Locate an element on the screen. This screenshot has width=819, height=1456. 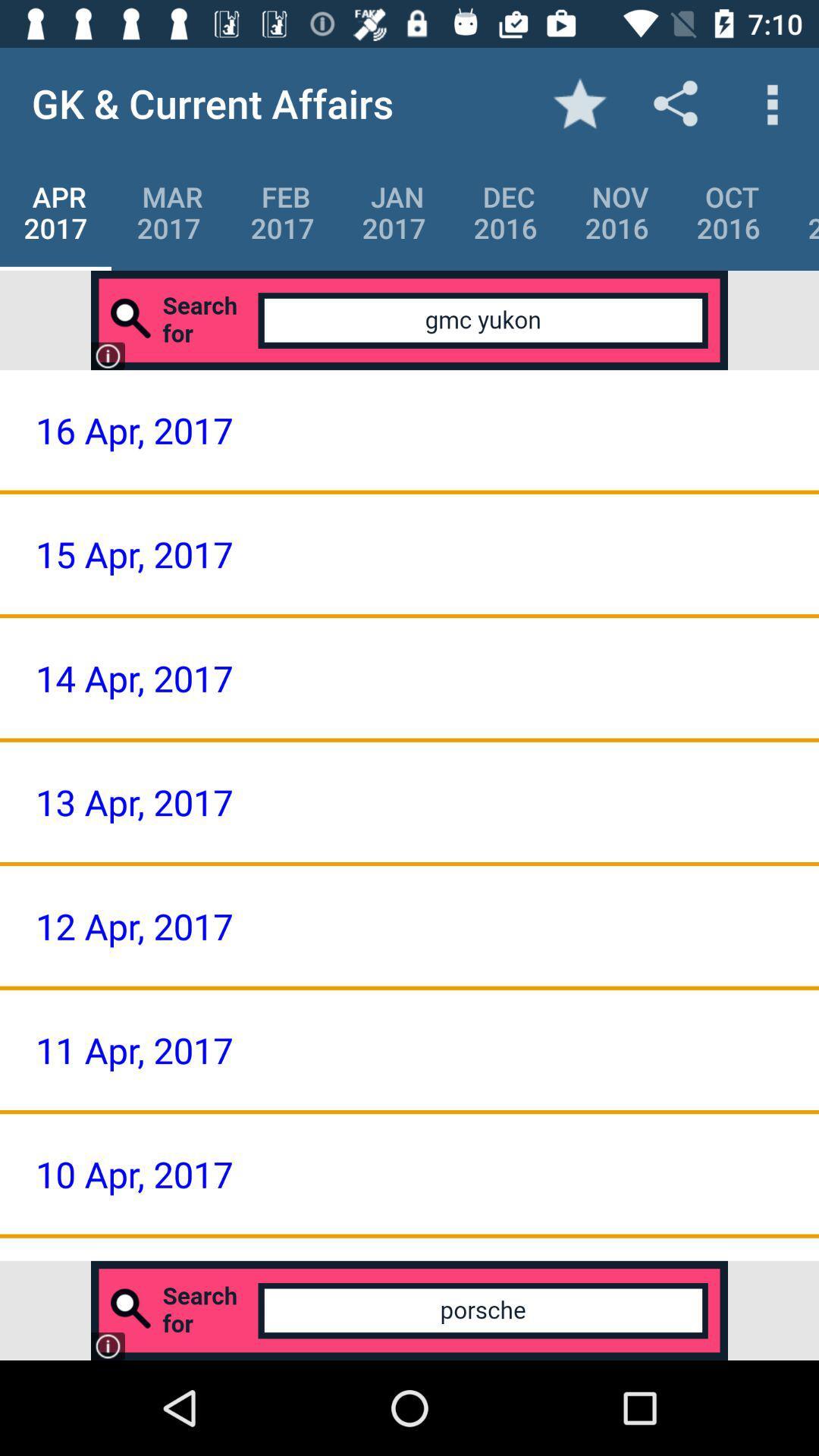
the  nov is located at coordinates (617, 212).